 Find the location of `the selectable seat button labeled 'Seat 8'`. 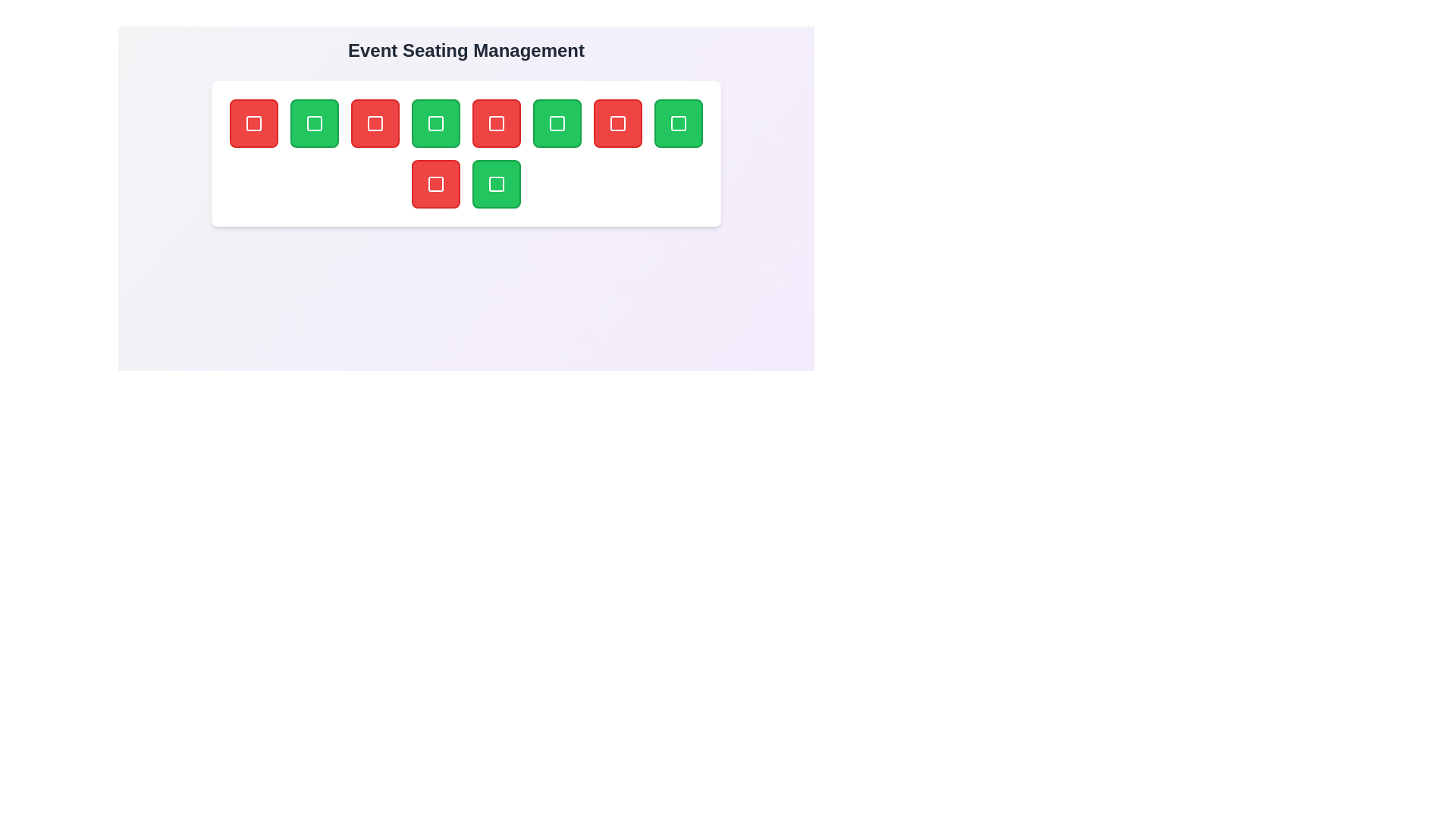

the selectable seat button labeled 'Seat 8' is located at coordinates (677, 122).